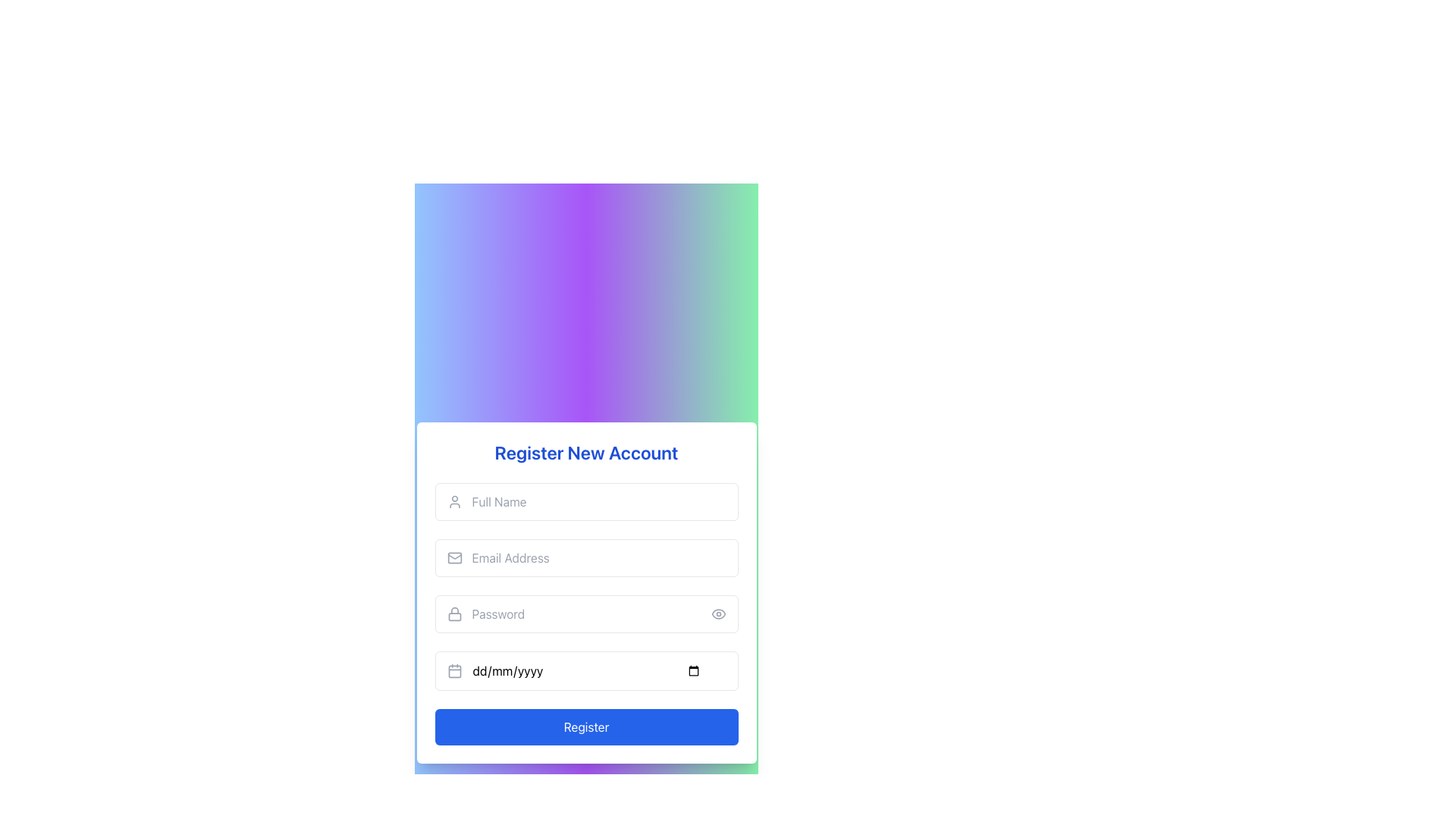 The image size is (1456, 819). Describe the element at coordinates (453, 614) in the screenshot. I see `the lock icon, which is a minimalist styled padlock located to the left of the 'Password' input field in the registration form` at that location.